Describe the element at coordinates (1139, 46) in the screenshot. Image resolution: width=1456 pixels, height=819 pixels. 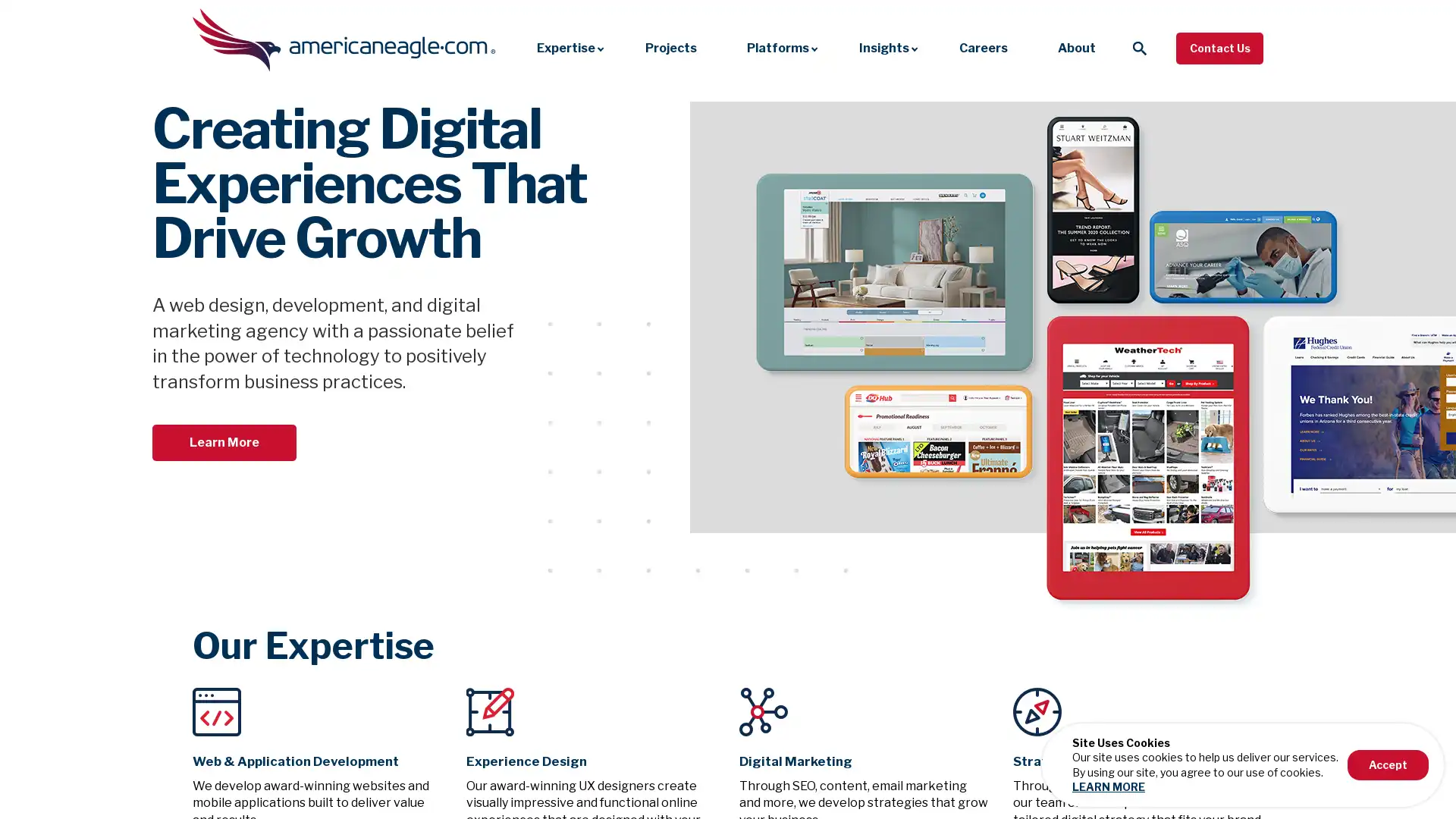
I see `Toggle Search` at that location.